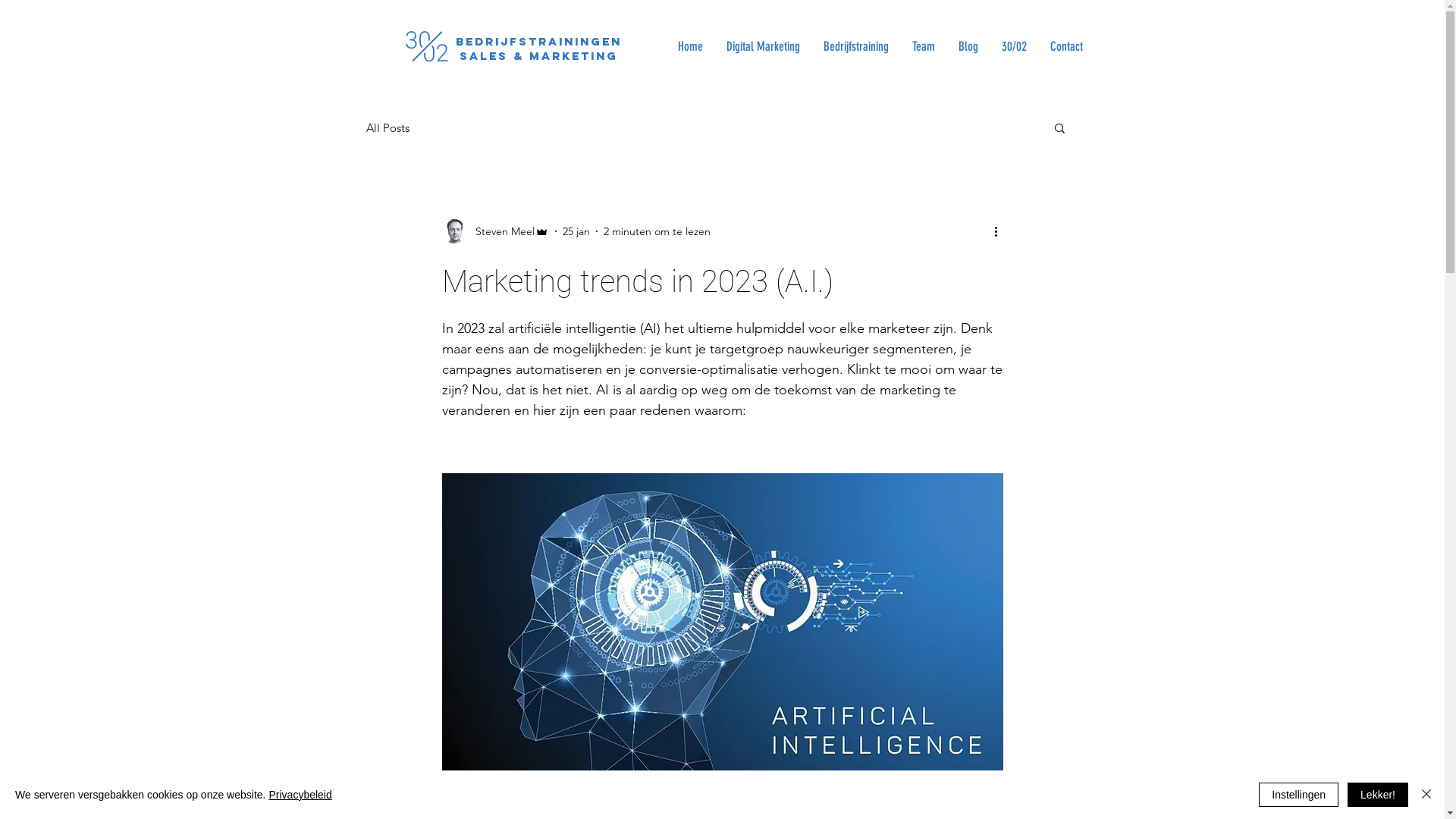  I want to click on 'Team', so click(921, 45).